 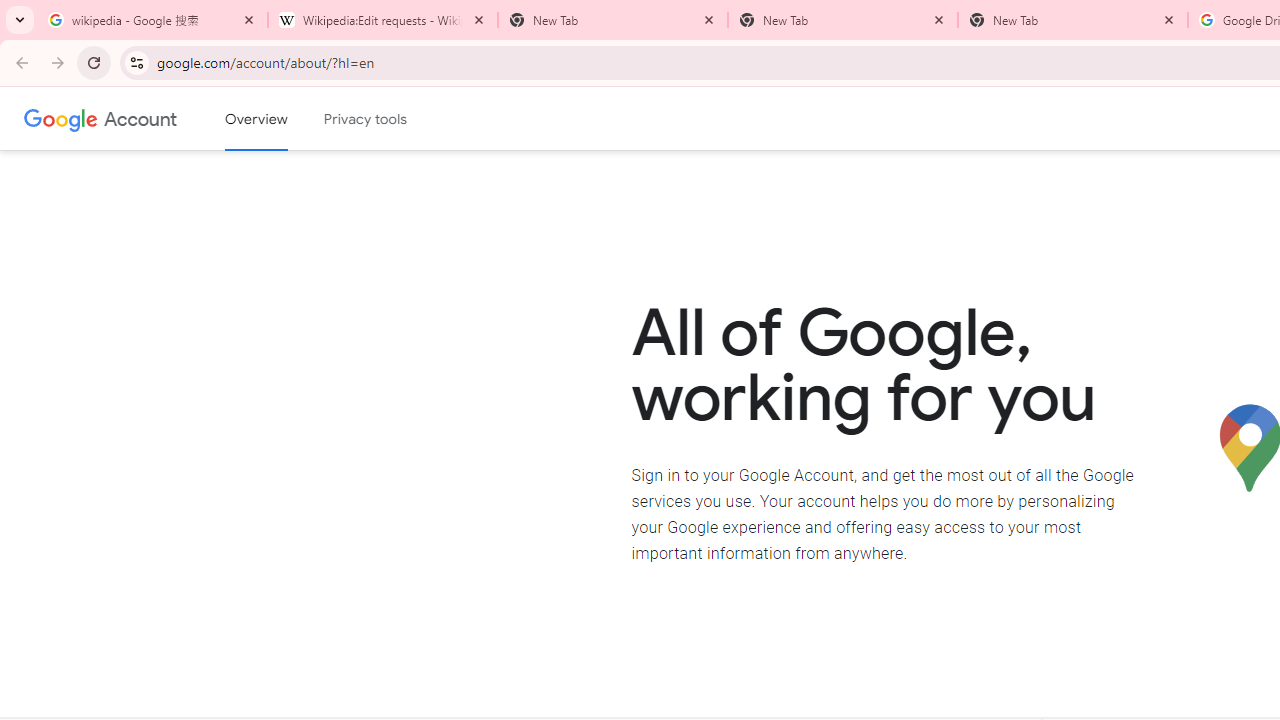 I want to click on 'Privacy tools', so click(x=366, y=119).